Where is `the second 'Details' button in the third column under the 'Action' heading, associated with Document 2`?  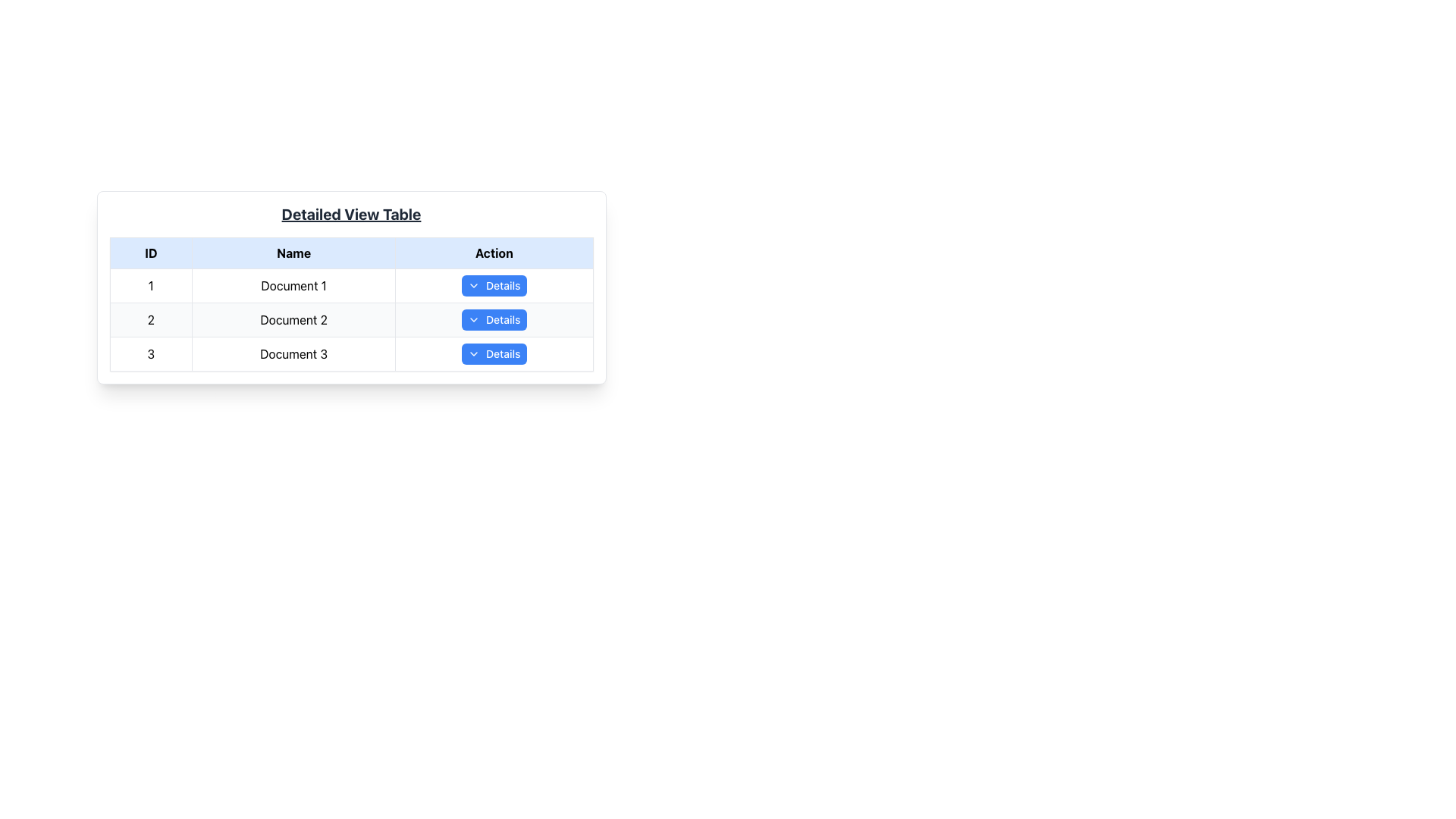
the second 'Details' button in the third column under the 'Action' heading, associated with Document 2 is located at coordinates (494, 318).